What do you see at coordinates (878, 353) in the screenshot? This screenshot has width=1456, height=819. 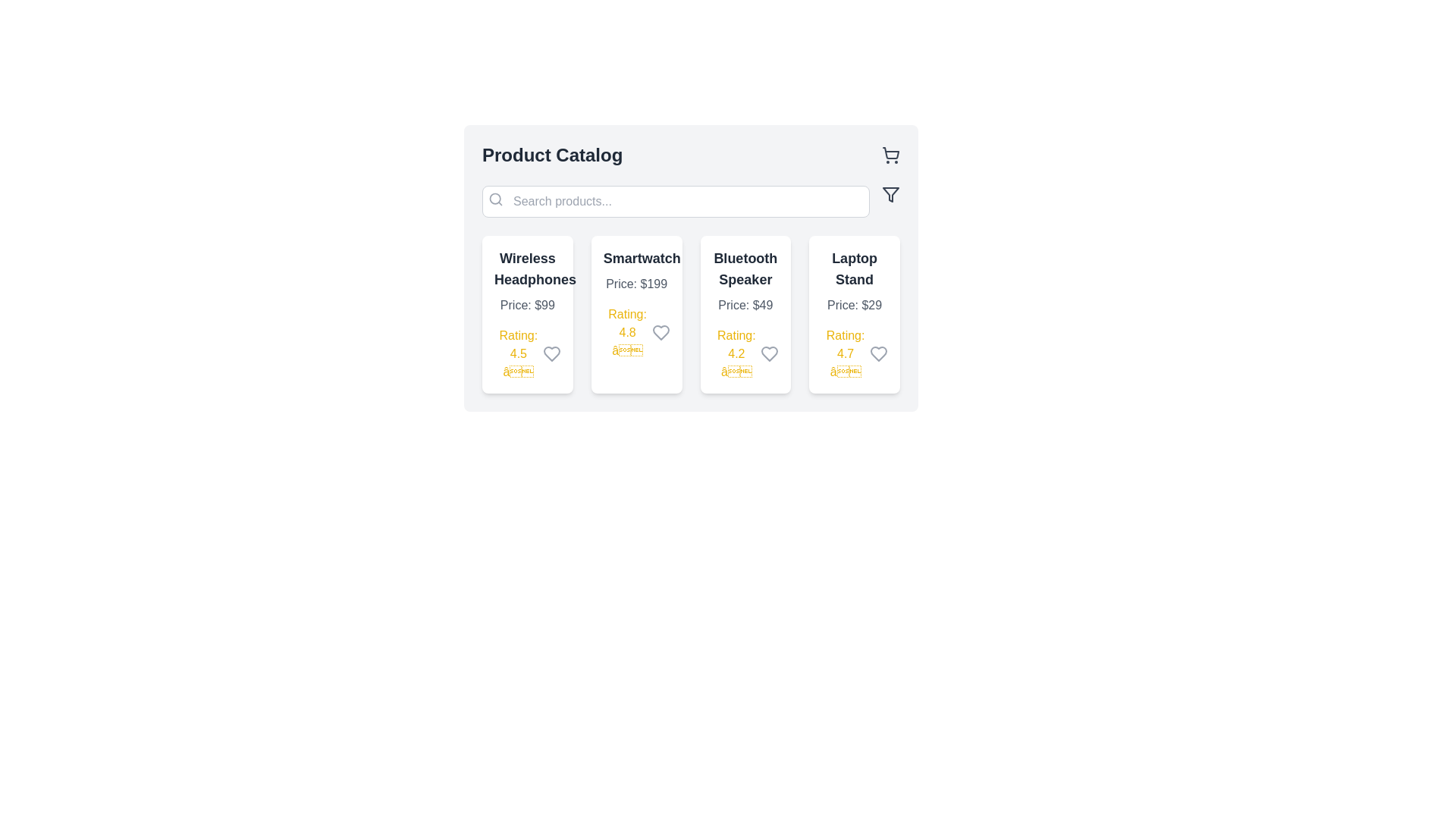 I see `the heart-shaped interactive icon button with a gray outline located` at bounding box center [878, 353].